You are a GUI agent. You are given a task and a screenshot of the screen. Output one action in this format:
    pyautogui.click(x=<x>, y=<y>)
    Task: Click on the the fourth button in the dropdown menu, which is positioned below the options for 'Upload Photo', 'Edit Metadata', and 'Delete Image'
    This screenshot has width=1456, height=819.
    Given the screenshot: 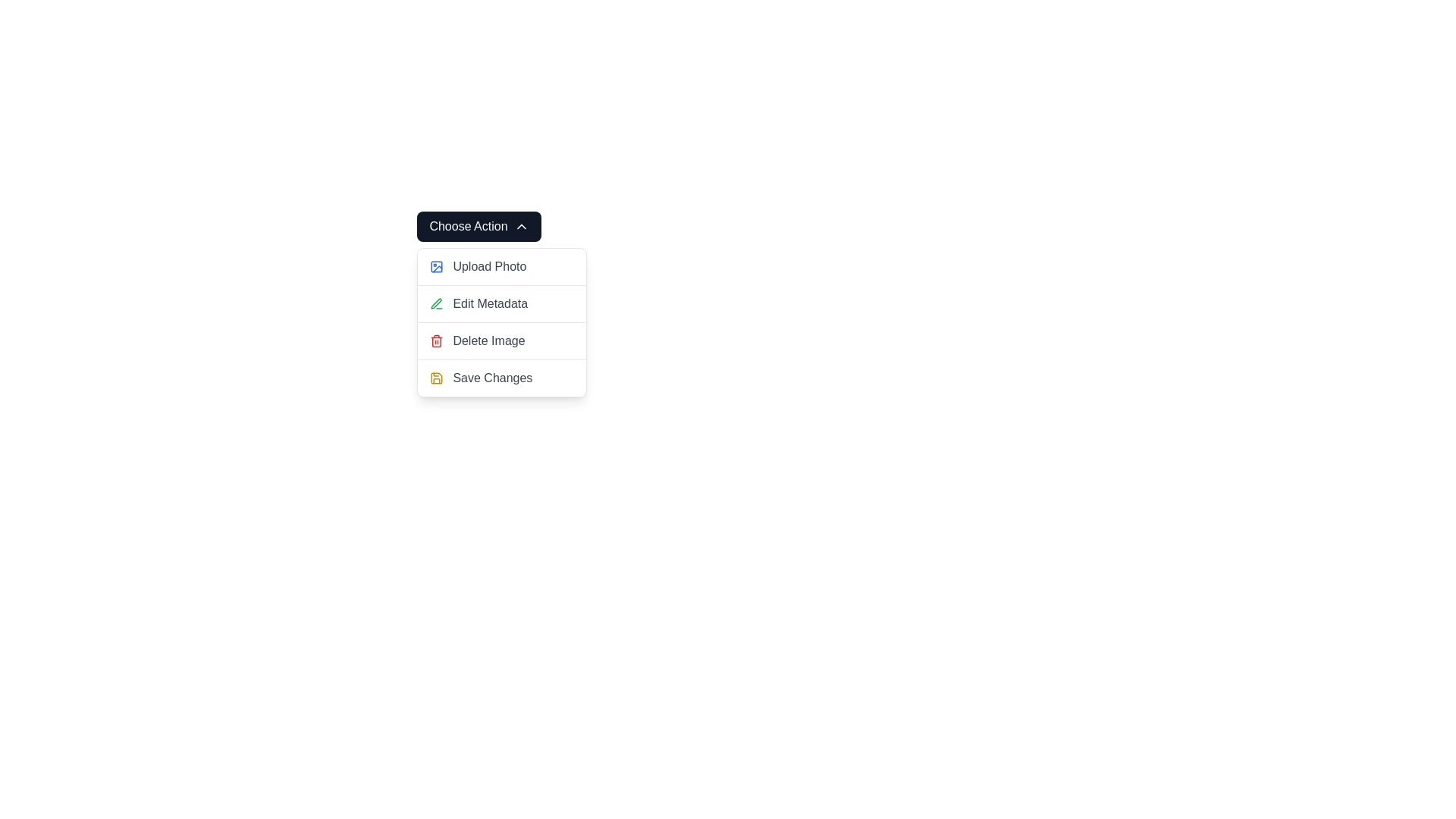 What is the action you would take?
    pyautogui.click(x=492, y=377)
    